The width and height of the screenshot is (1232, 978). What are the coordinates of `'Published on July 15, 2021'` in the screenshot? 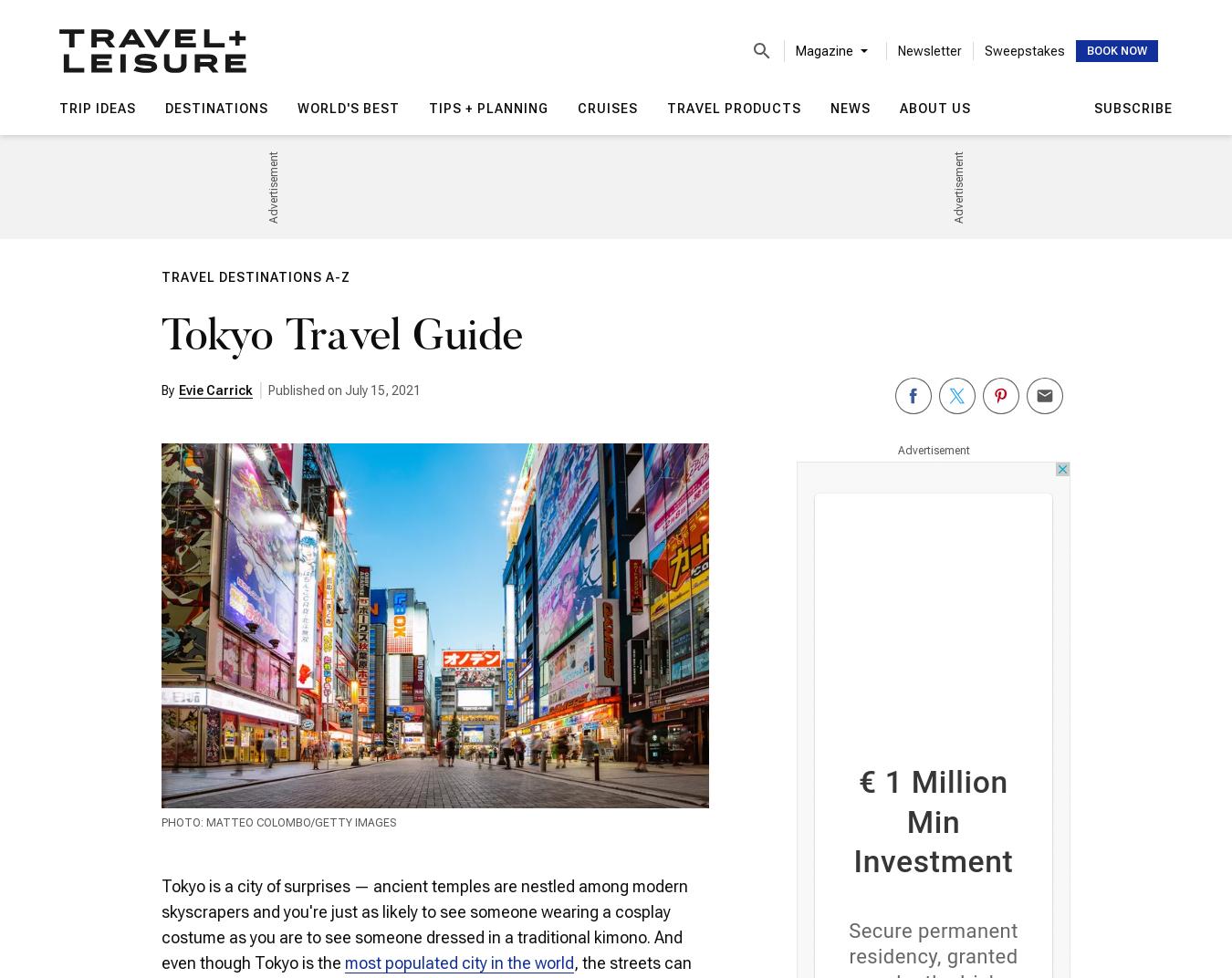 It's located at (344, 390).